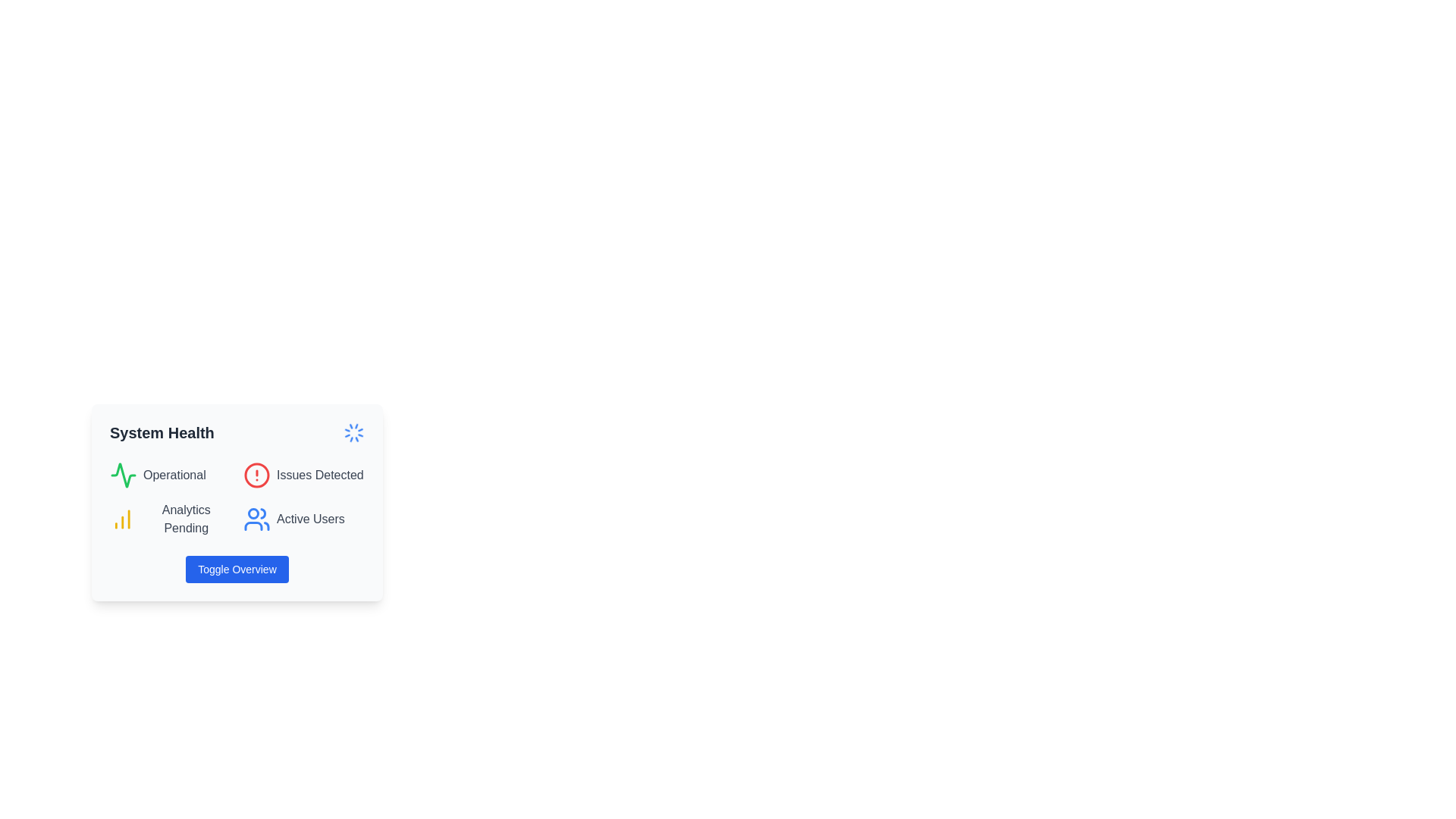 Image resolution: width=1456 pixels, height=819 pixels. What do you see at coordinates (257, 475) in the screenshot?
I see `the alert icon located in the top-right quadrant of the 'System Health' card, adjacent to the 'Issues Detected' text` at bounding box center [257, 475].